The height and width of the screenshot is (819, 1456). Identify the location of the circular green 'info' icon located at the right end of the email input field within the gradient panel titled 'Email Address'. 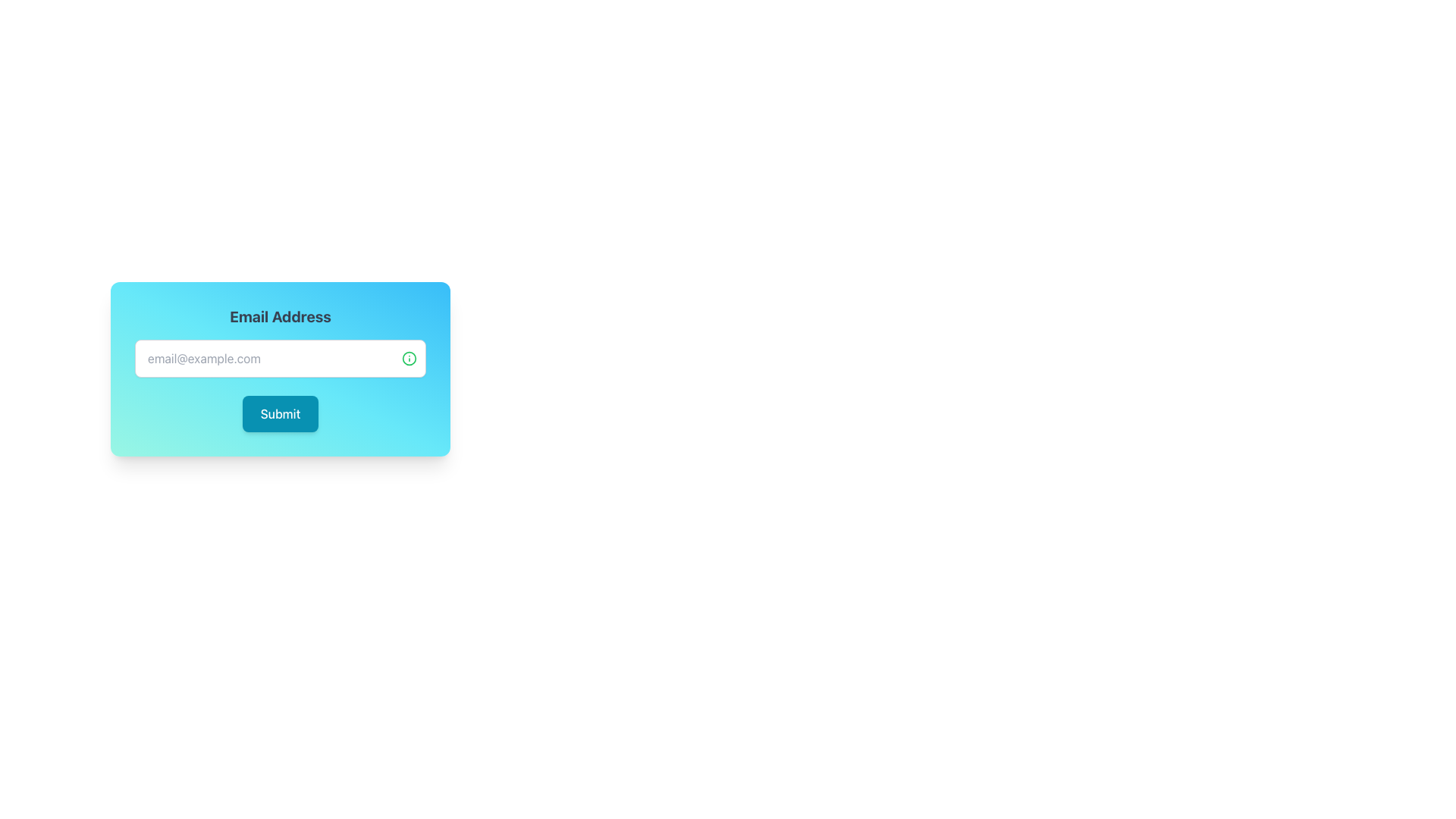
(409, 359).